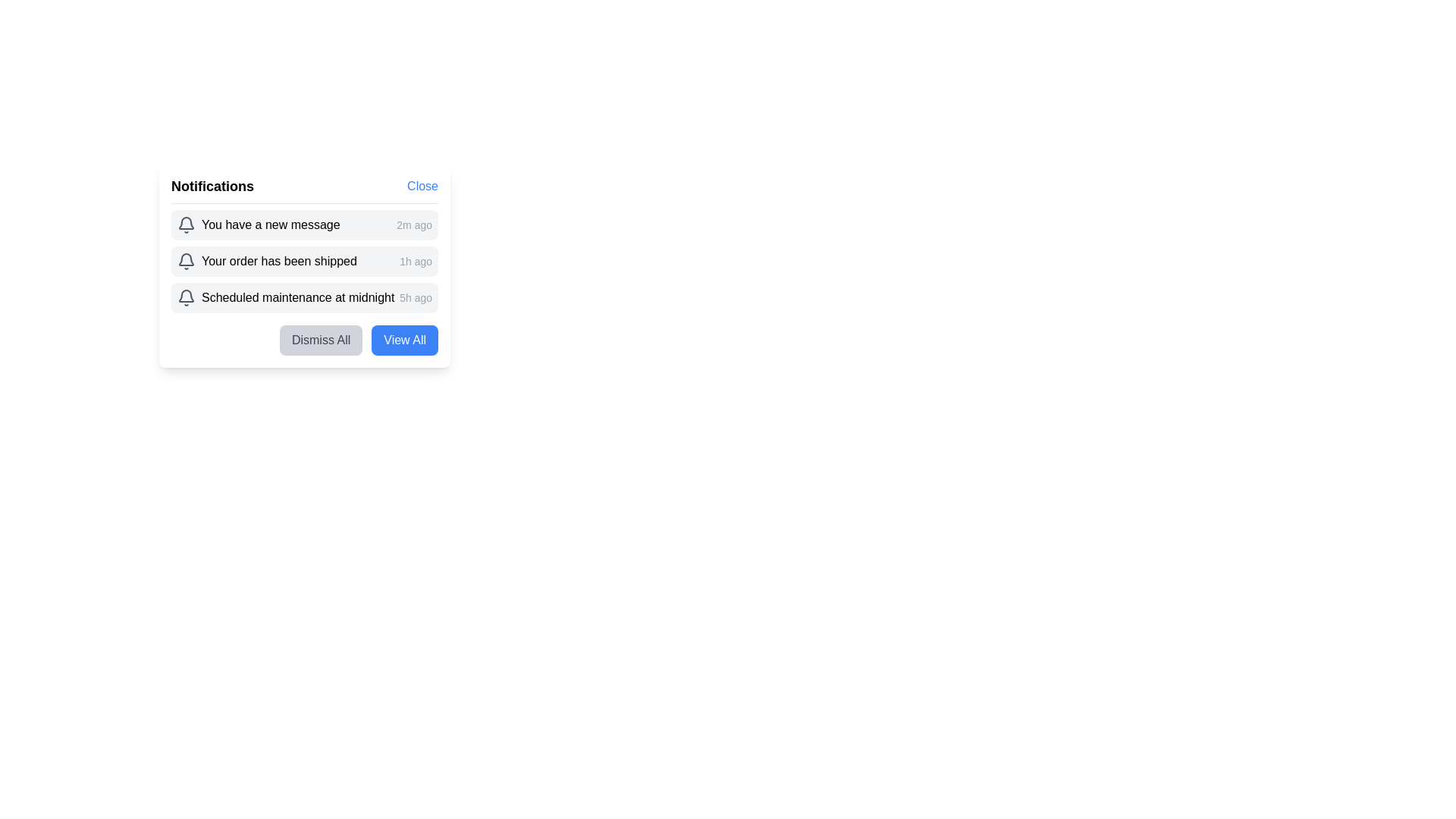  I want to click on the notification icon indicating an alert for 'Scheduled maintenance at midnight', which is the first component in its row and aligned to the left of the text content, so click(185, 298).